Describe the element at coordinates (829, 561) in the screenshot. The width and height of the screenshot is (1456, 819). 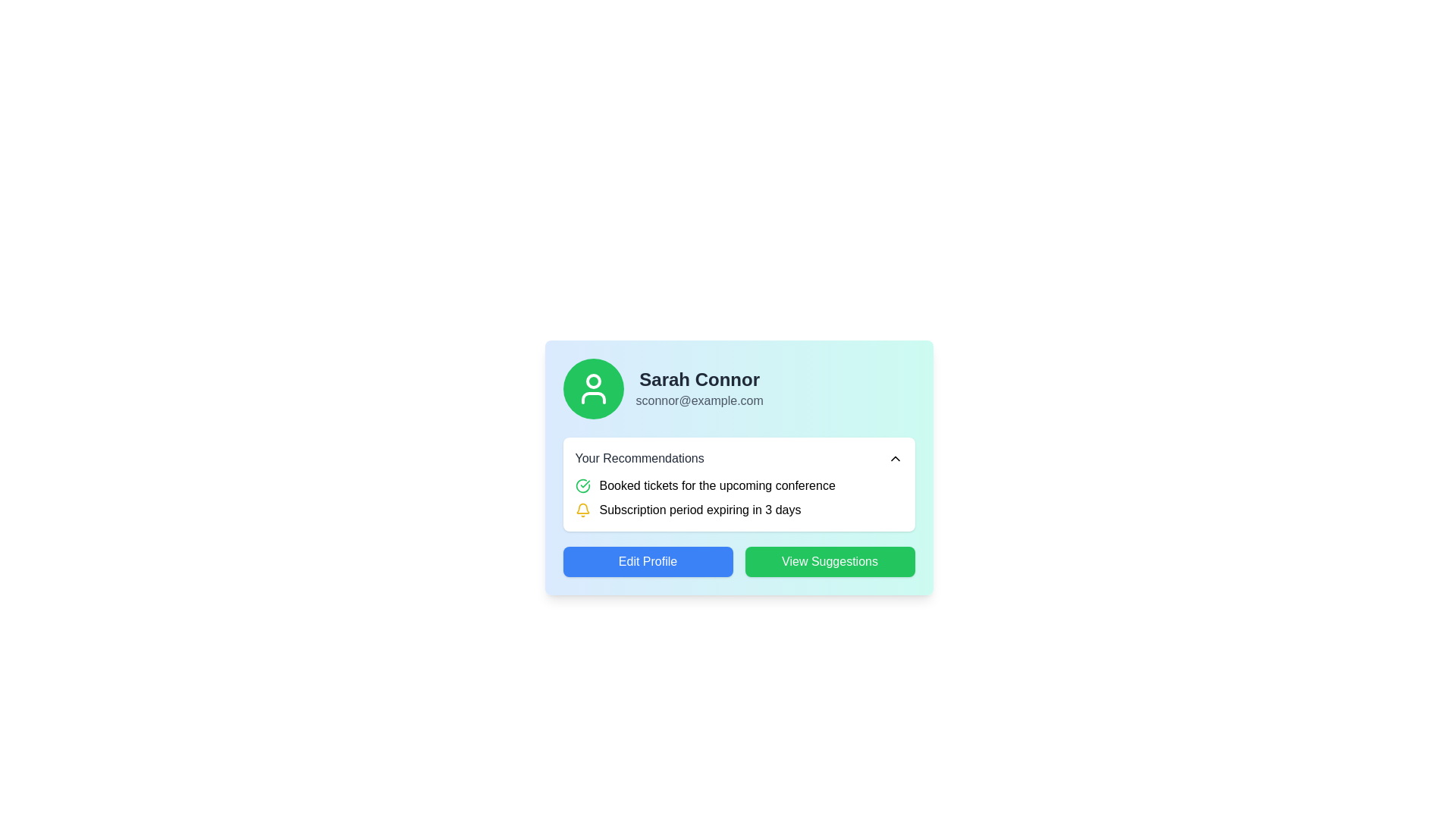
I see `the green 'View Suggestions' button with rounded corners to observe its hover effects` at that location.